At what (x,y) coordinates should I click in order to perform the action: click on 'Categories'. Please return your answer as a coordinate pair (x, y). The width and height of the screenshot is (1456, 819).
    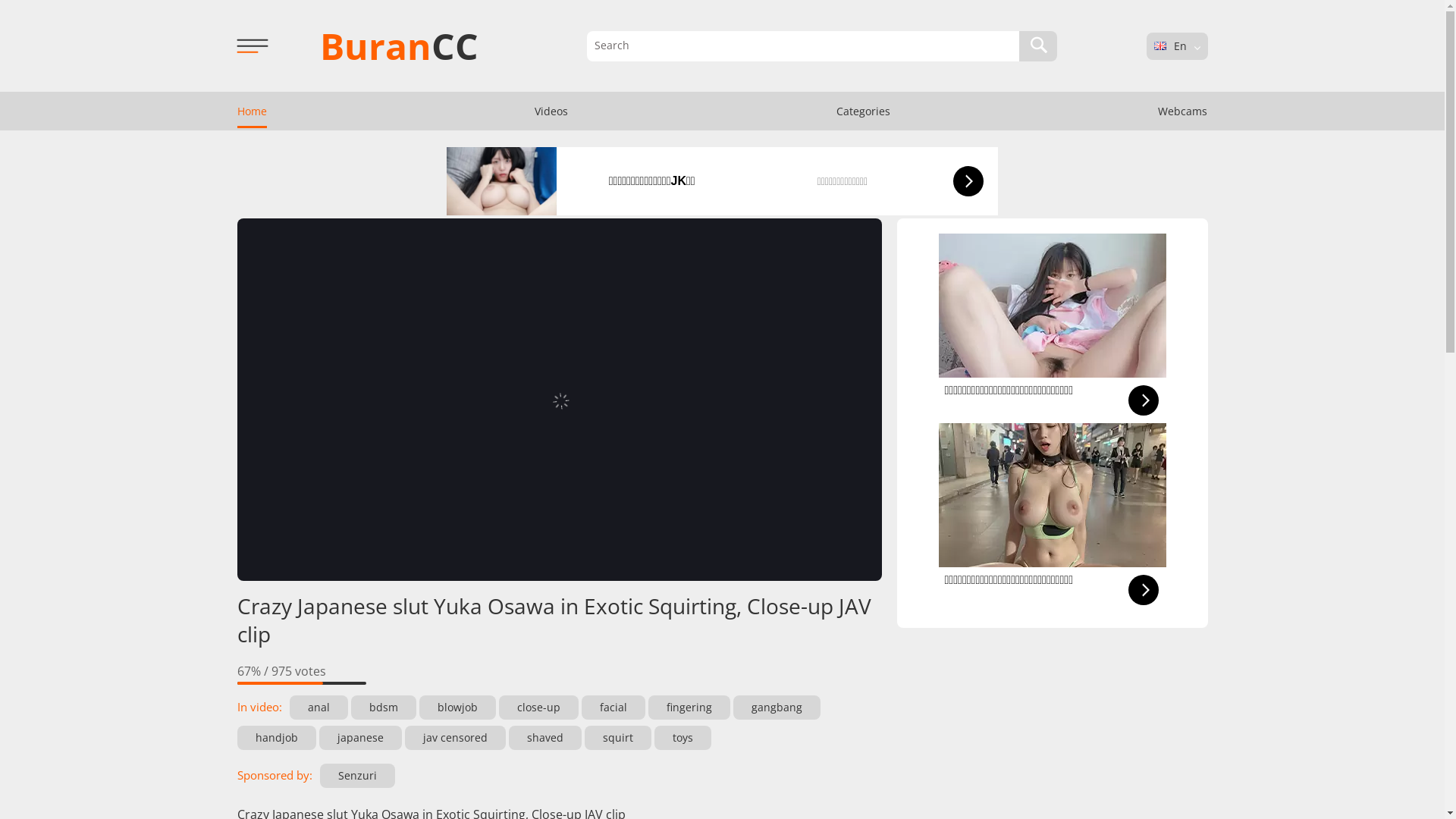
    Looking at the image, I should click on (863, 110).